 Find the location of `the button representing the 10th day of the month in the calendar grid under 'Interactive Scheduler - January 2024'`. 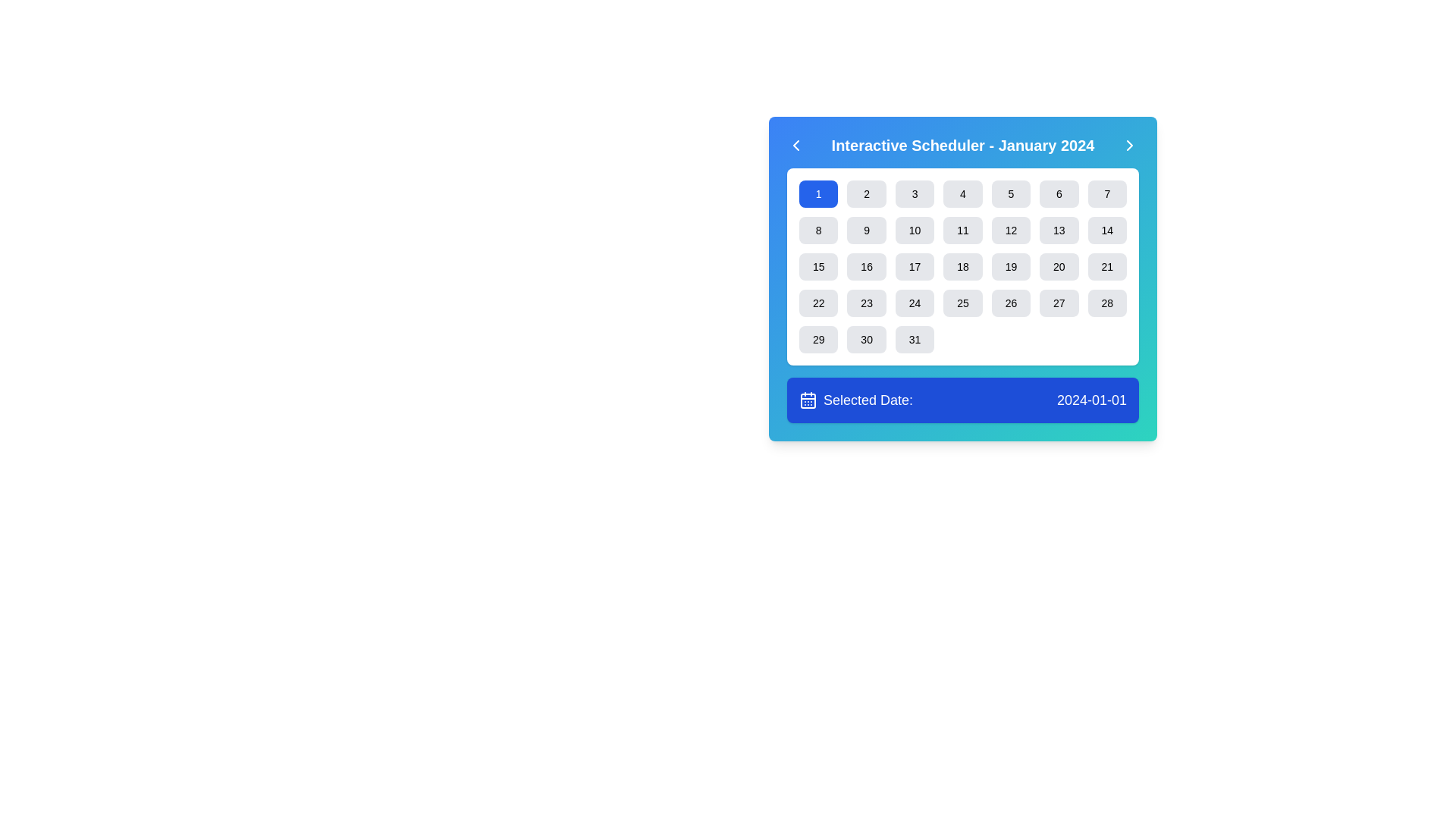

the button representing the 10th day of the month in the calendar grid under 'Interactive Scheduler - January 2024' is located at coordinates (914, 231).